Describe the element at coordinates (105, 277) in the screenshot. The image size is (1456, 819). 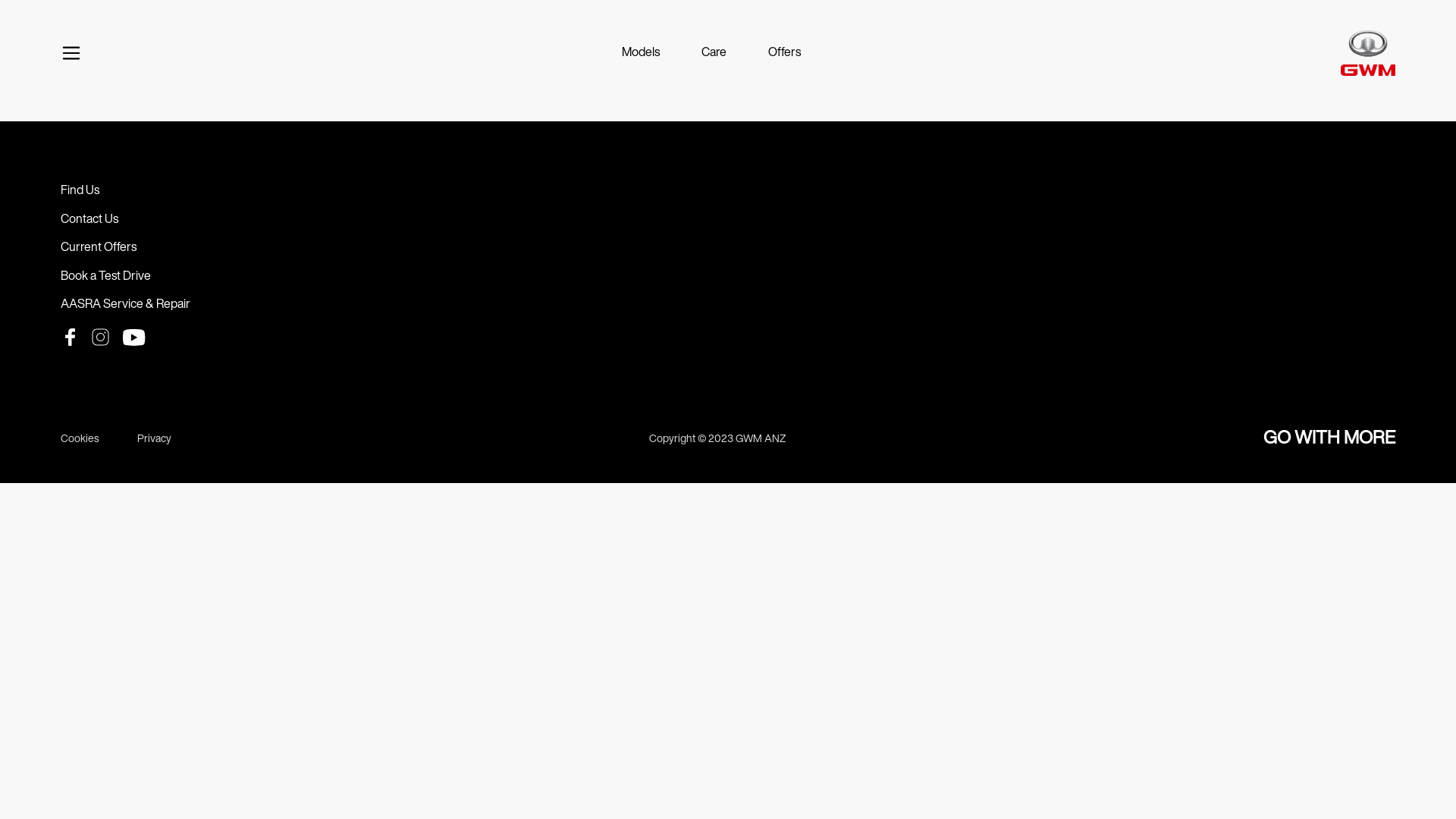
I see `'Book a Test Drive'` at that location.